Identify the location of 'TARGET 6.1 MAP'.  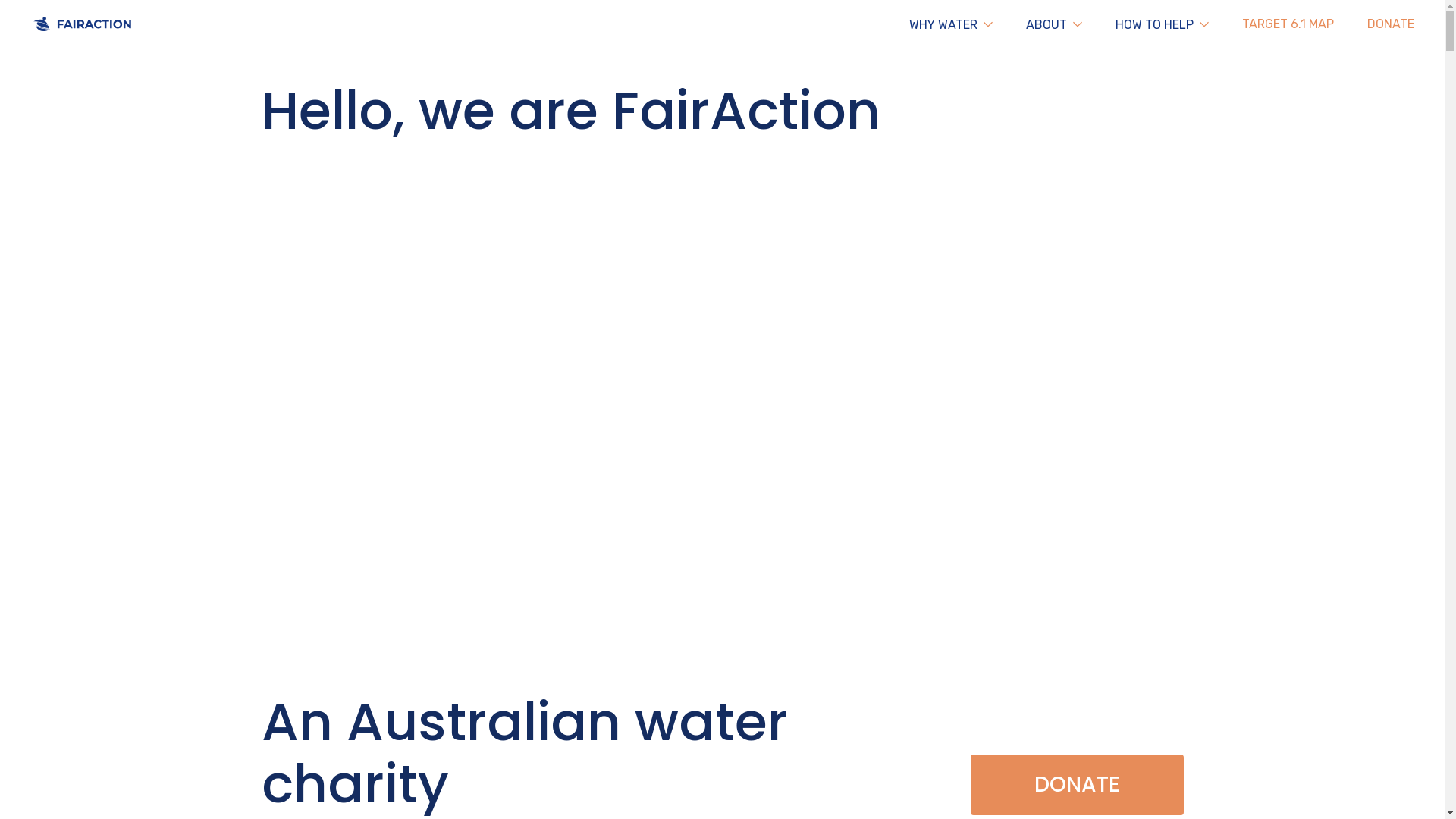
(1241, 24).